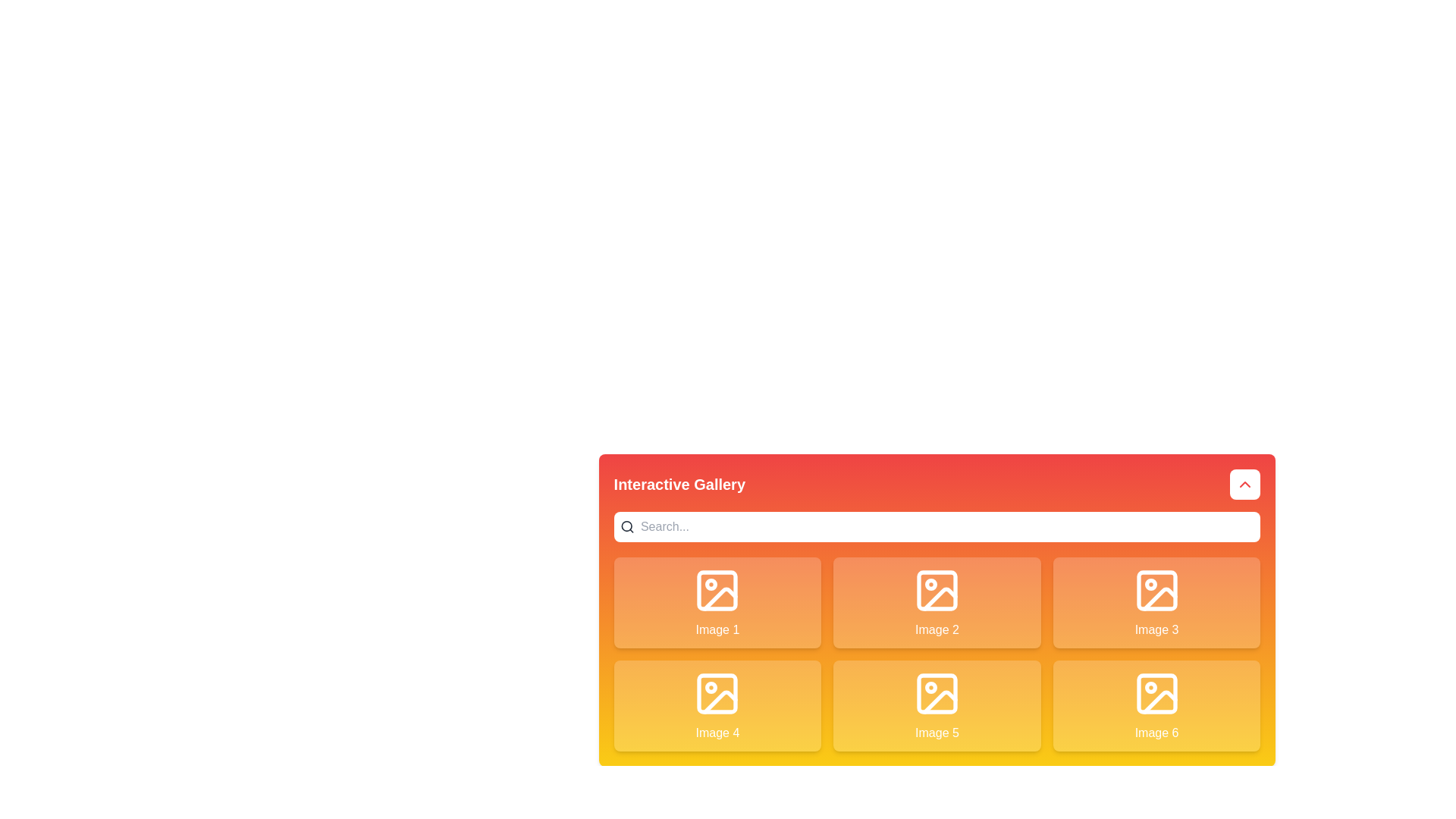  Describe the element at coordinates (717, 693) in the screenshot. I see `the rounded rectangle element located within the 'Image 4' thumbnail in the second row of the image gallery` at that location.